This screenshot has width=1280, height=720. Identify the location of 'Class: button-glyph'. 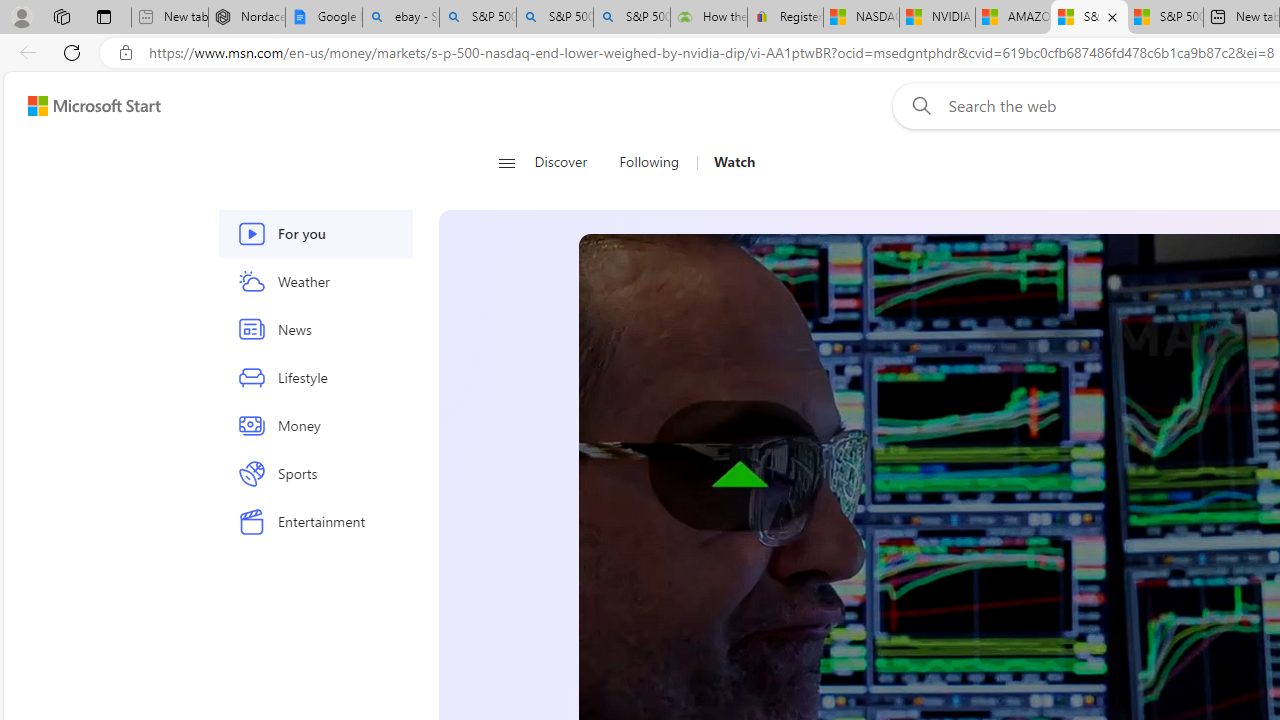
(506, 162).